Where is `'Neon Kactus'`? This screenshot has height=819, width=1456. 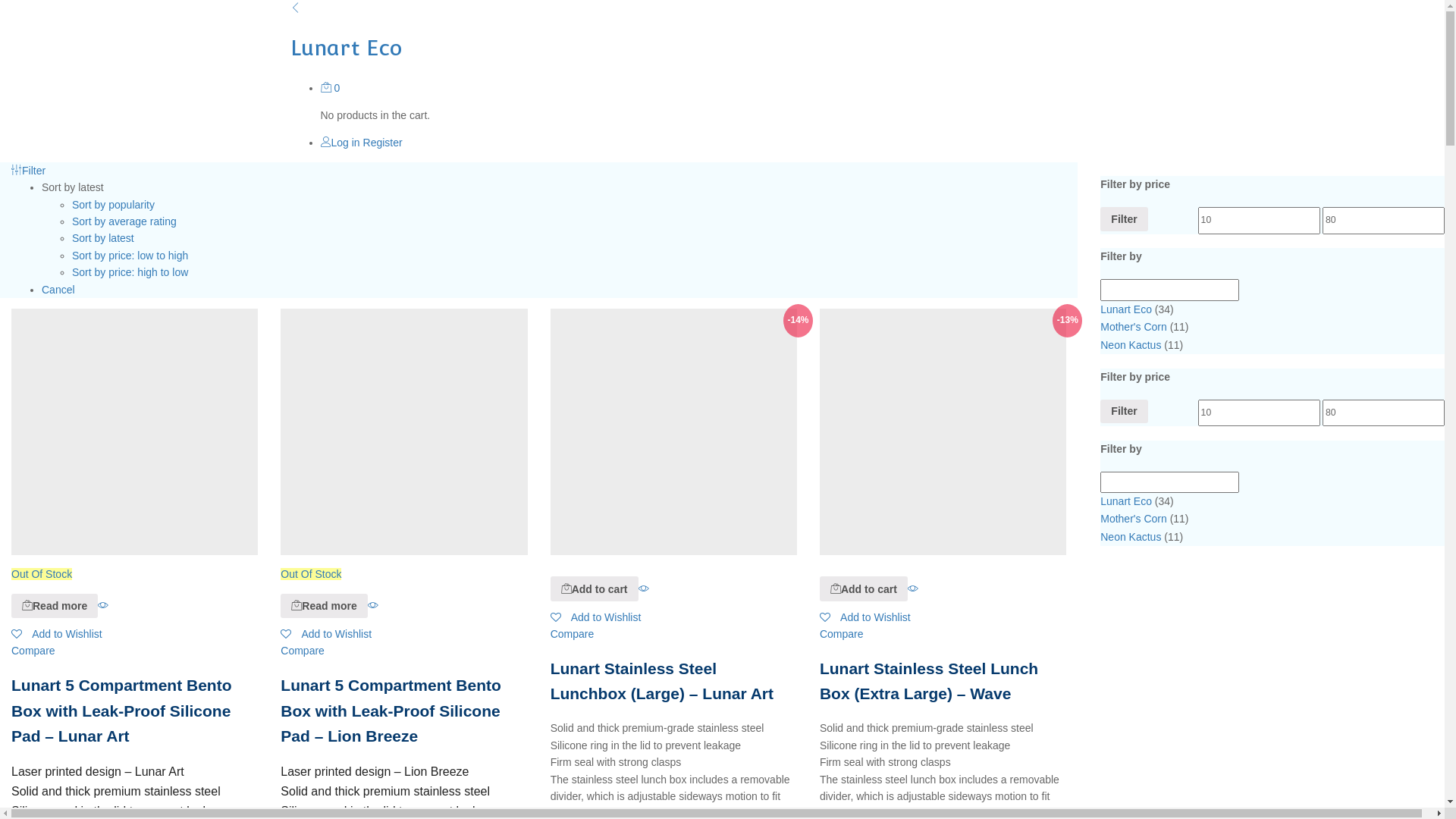
'Neon Kactus' is located at coordinates (1131, 345).